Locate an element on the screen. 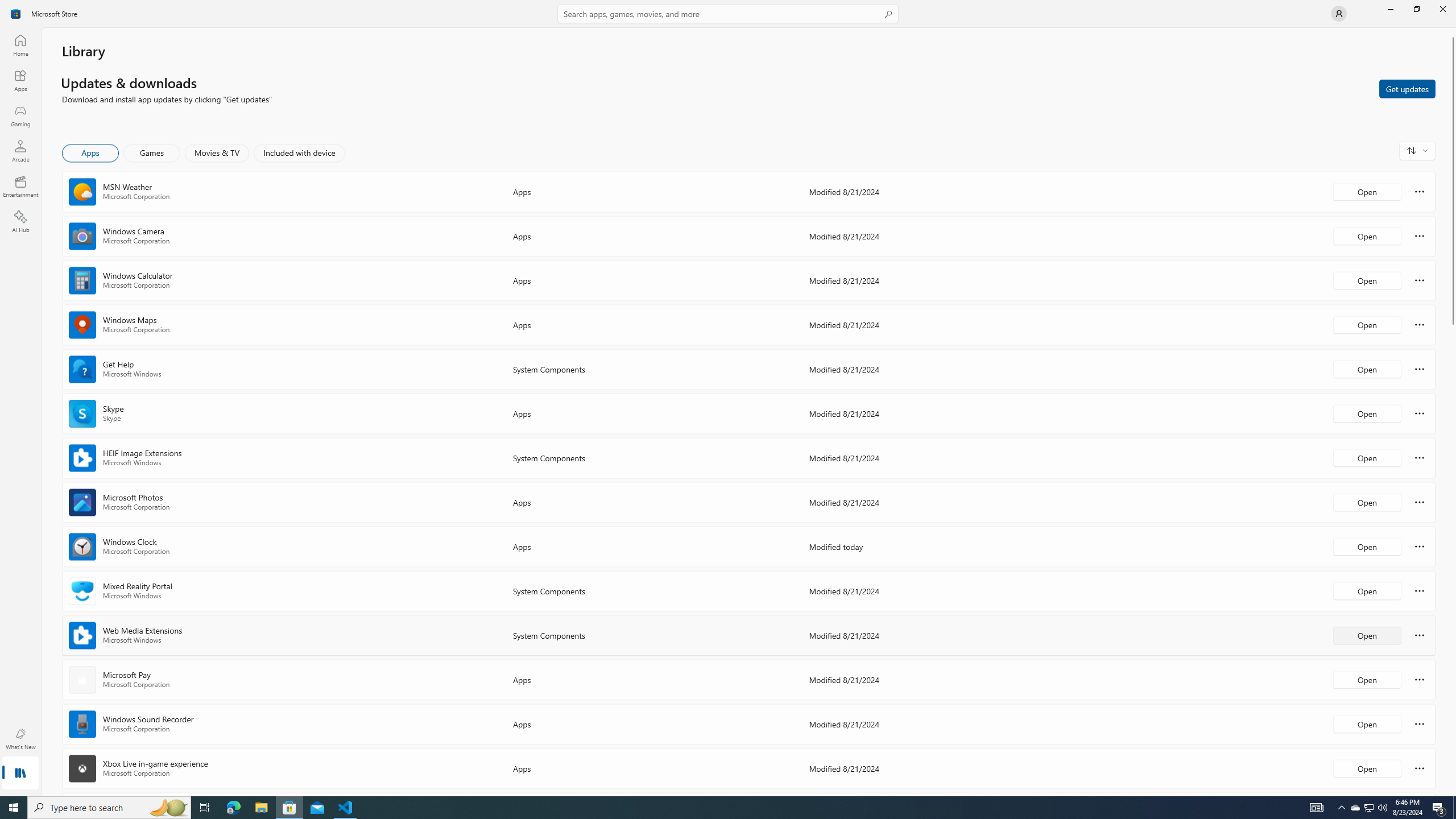 This screenshot has height=819, width=1456. 'Sort and filter' is located at coordinates (1417, 150).